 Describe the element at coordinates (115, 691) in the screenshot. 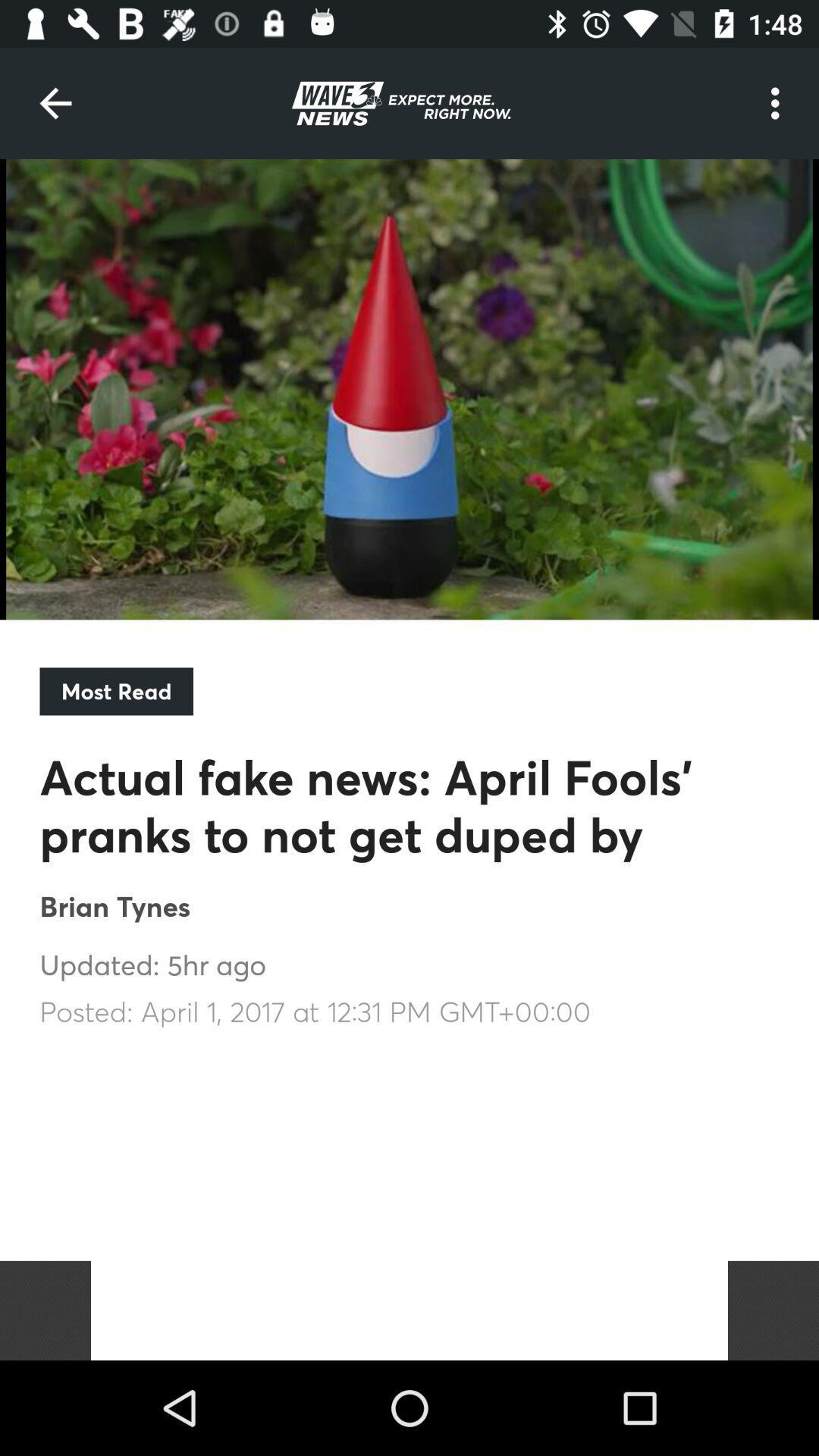

I see `most read on the left` at that location.